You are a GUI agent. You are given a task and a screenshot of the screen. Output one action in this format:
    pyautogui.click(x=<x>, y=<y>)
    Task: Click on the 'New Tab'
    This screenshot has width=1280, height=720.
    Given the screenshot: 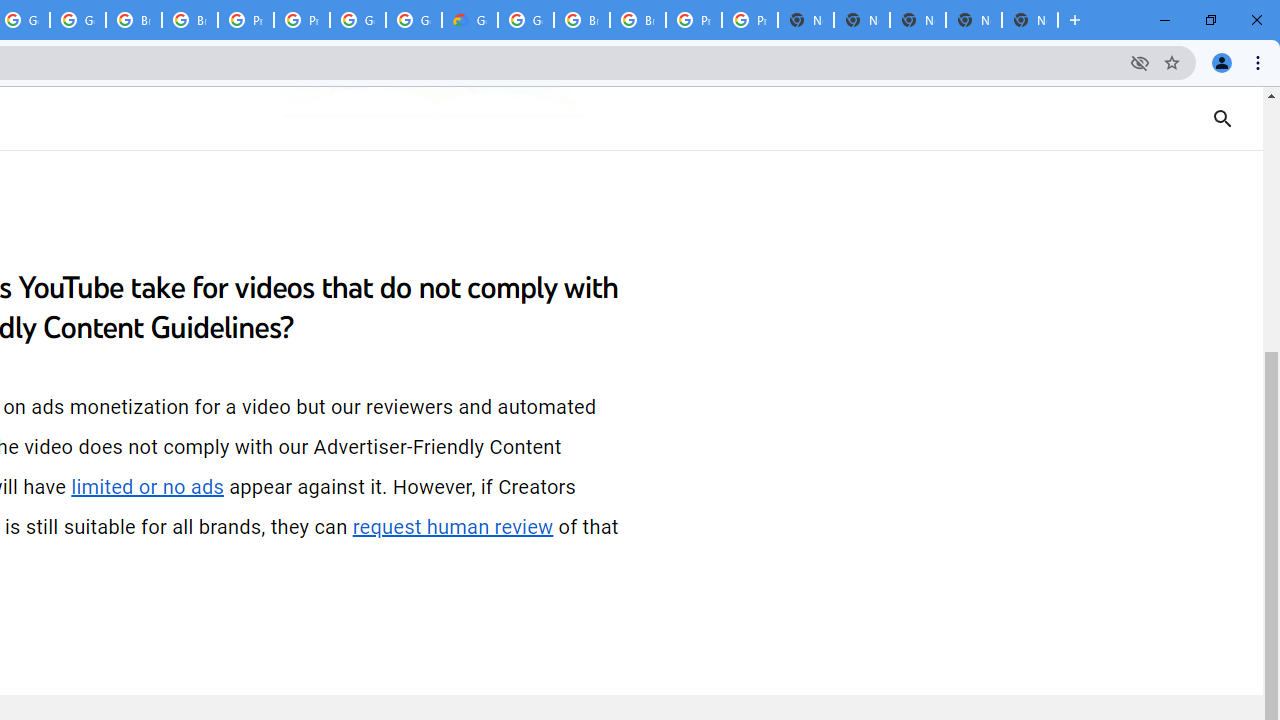 What is the action you would take?
    pyautogui.click(x=1074, y=20)
    